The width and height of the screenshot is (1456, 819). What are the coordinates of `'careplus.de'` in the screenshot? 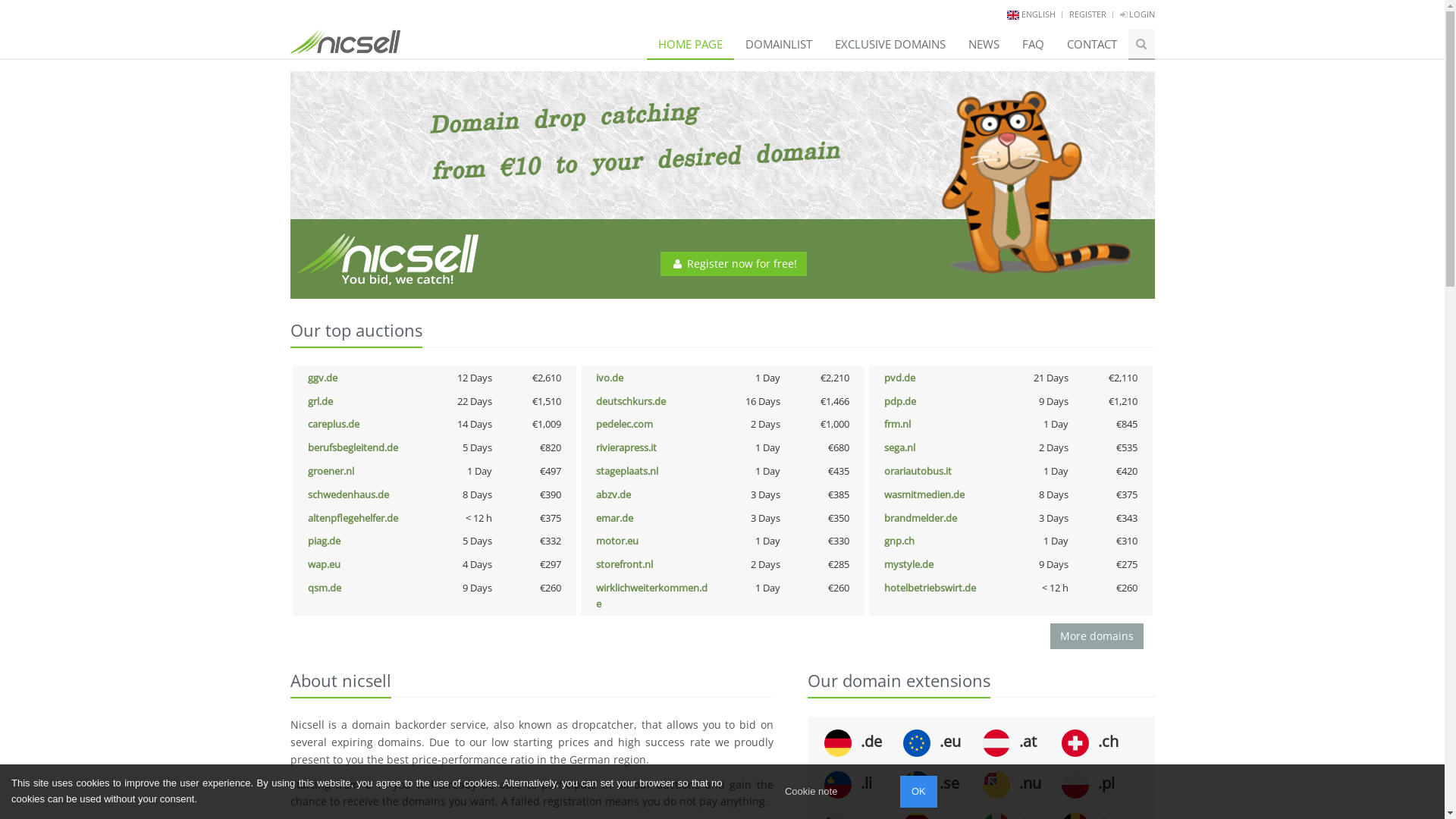 It's located at (333, 424).